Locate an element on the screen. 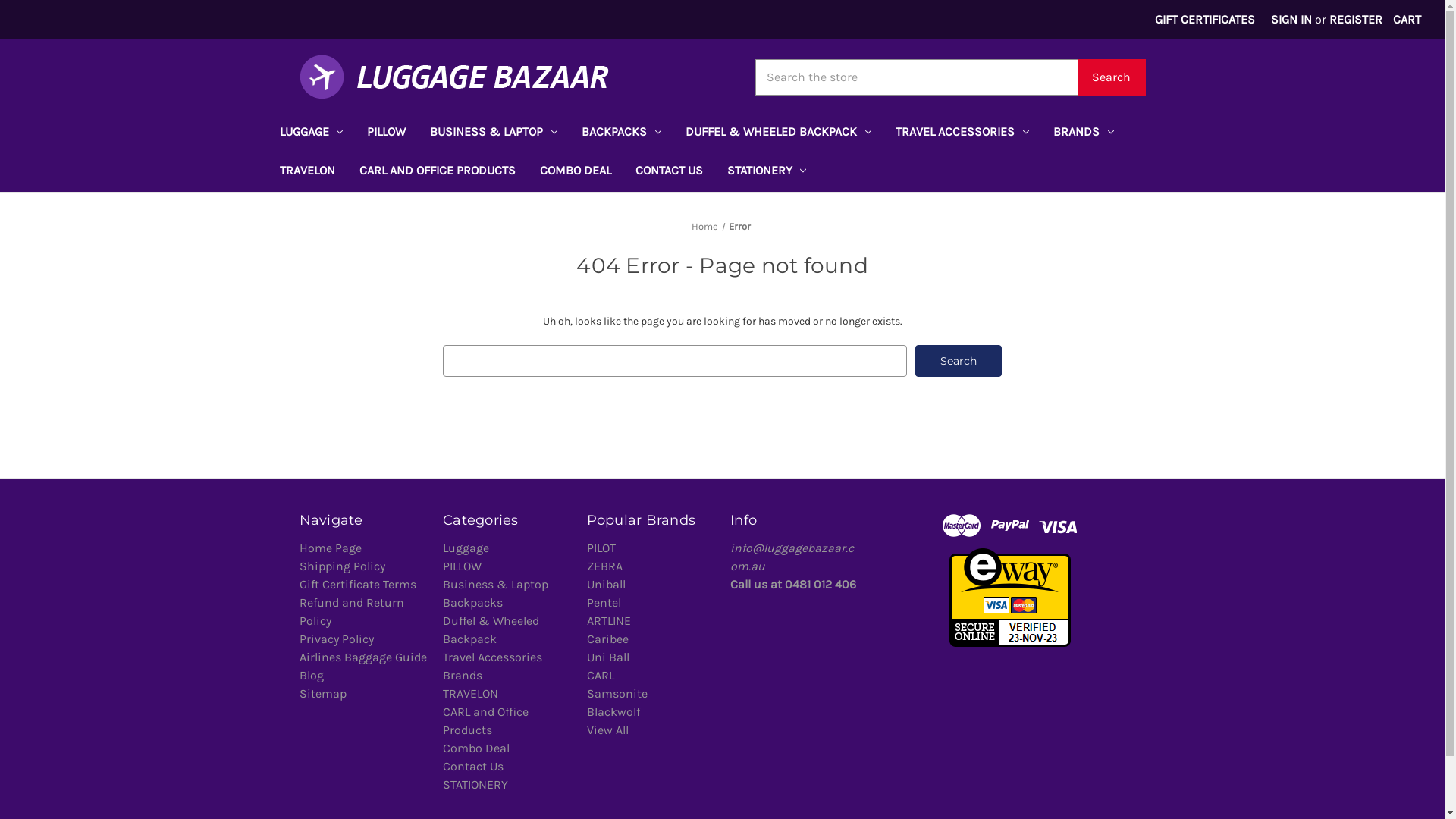  'GIFT CERTIFICATES' is located at coordinates (1204, 20).